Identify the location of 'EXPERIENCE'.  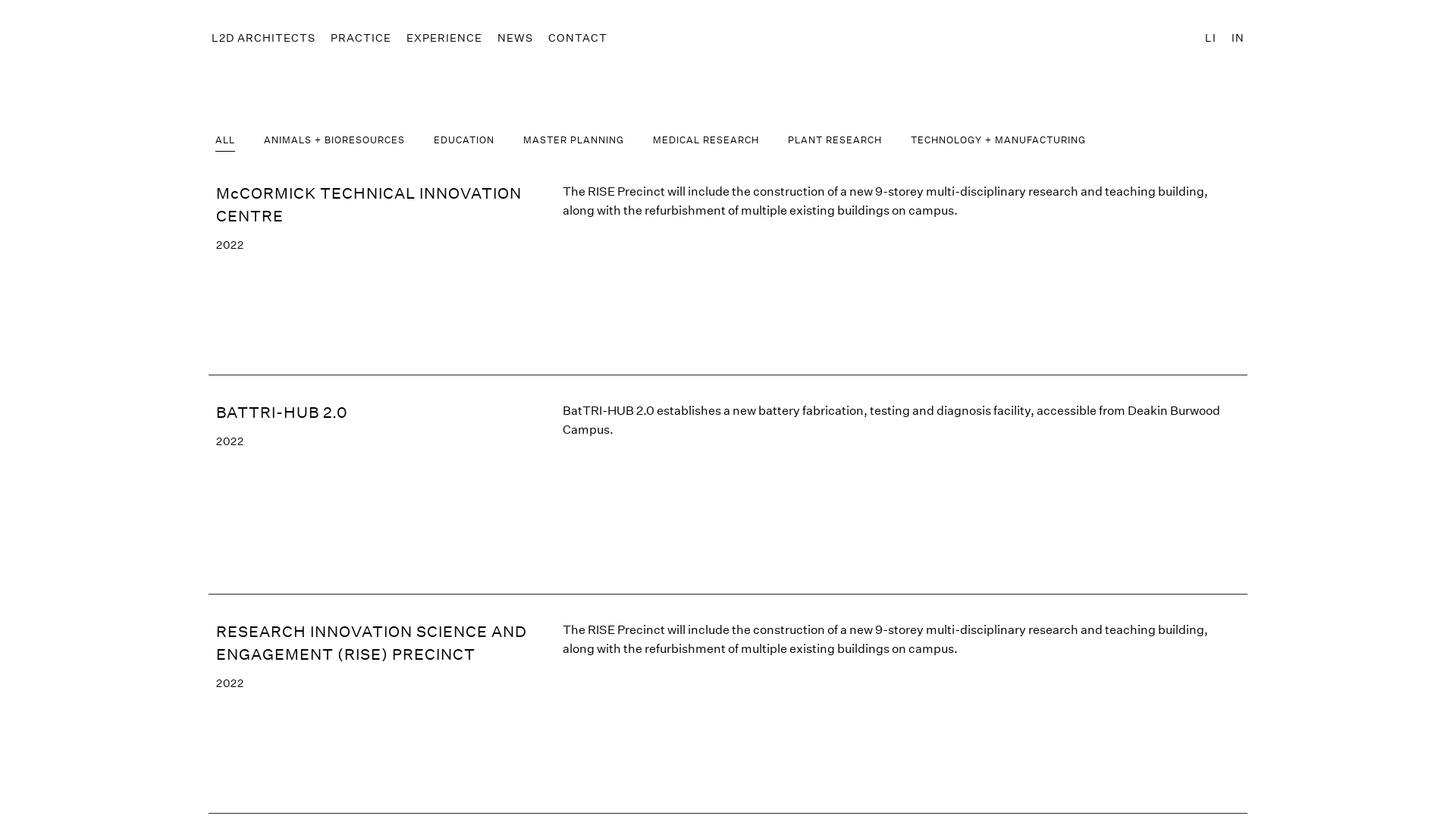
(443, 37).